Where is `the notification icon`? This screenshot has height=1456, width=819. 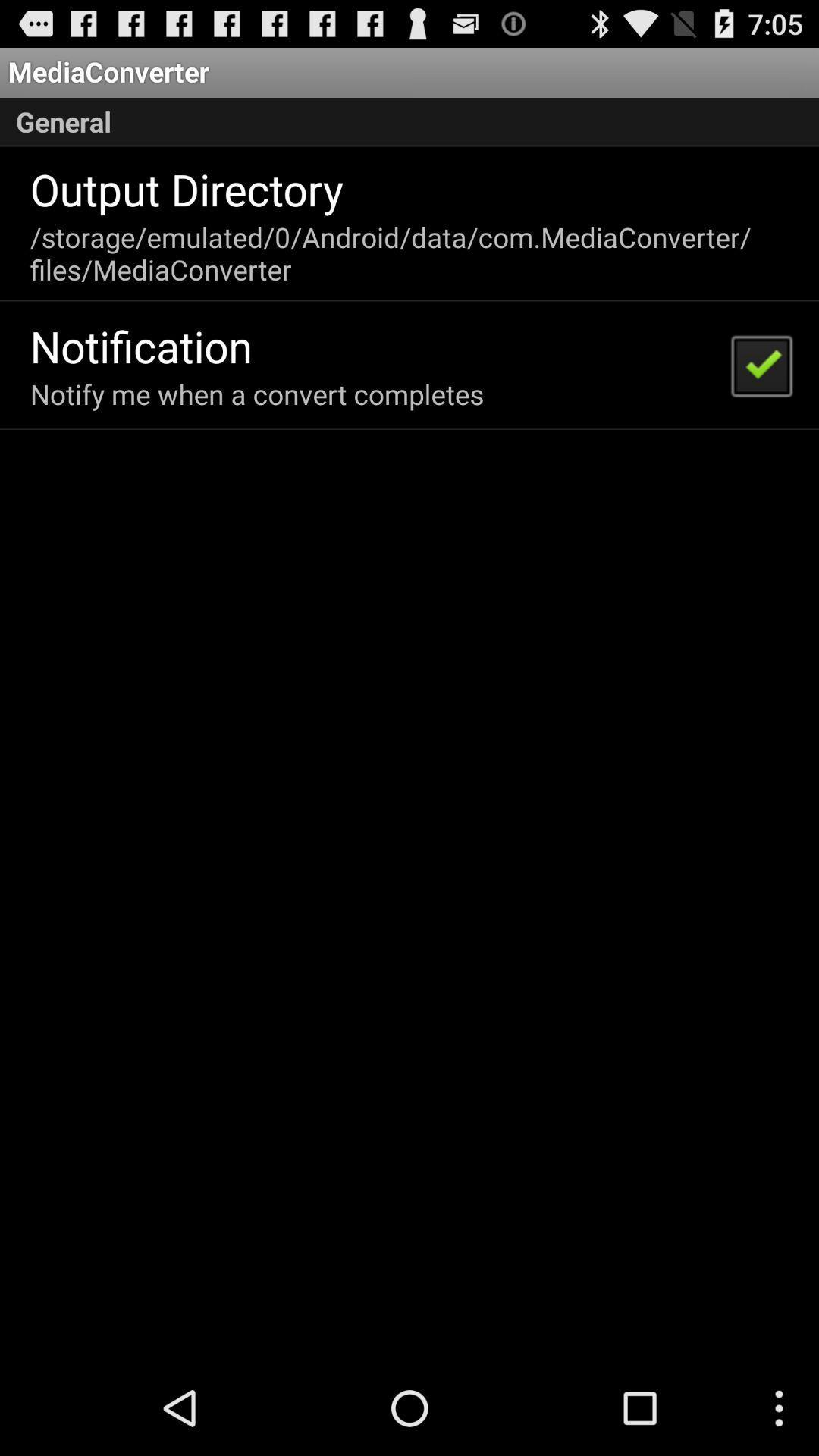 the notification icon is located at coordinates (141, 345).